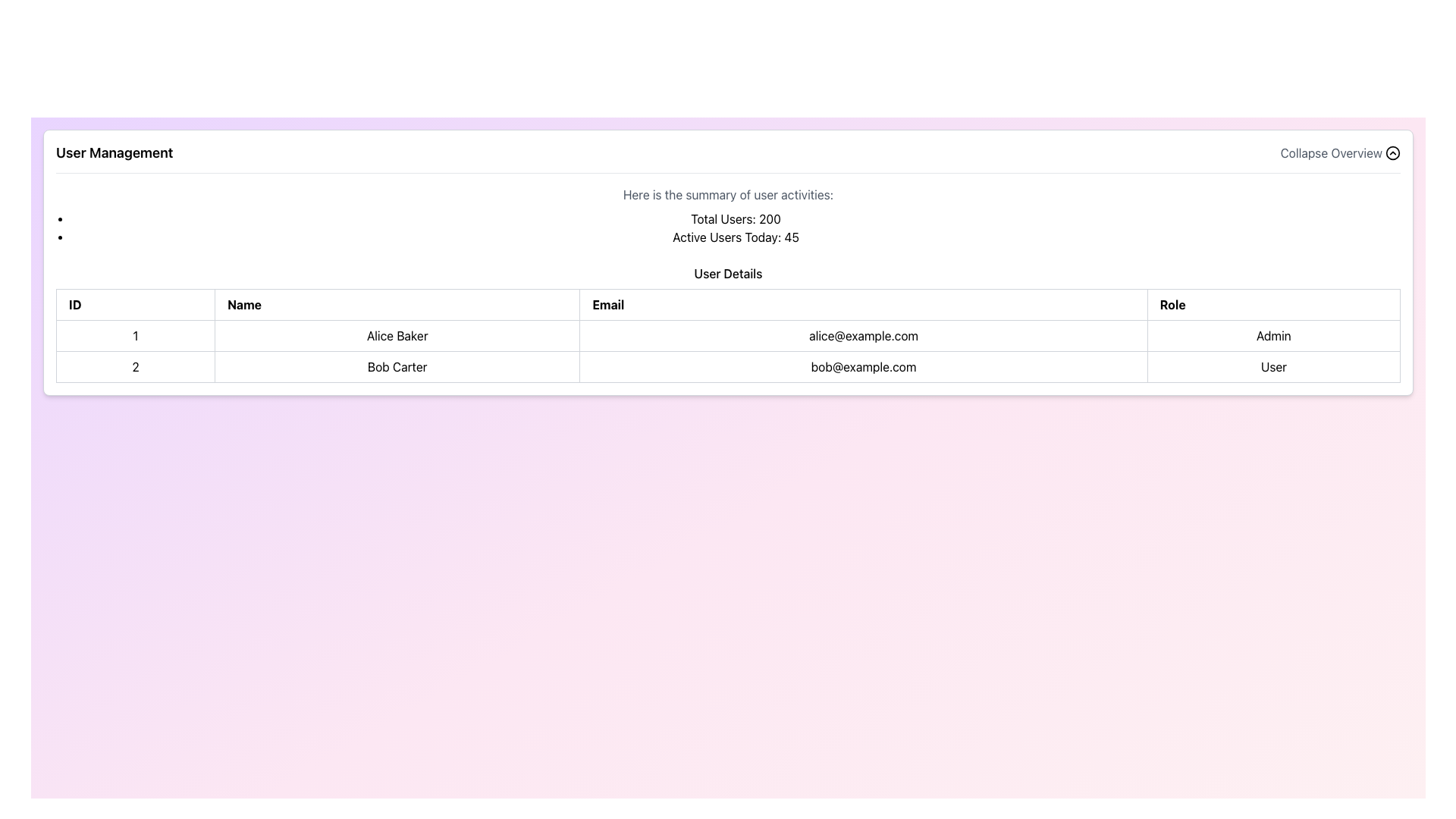 The image size is (1456, 819). I want to click on the 'Collapse Overview' button located in the top-right corner of the 'User Management' section, so click(1340, 152).